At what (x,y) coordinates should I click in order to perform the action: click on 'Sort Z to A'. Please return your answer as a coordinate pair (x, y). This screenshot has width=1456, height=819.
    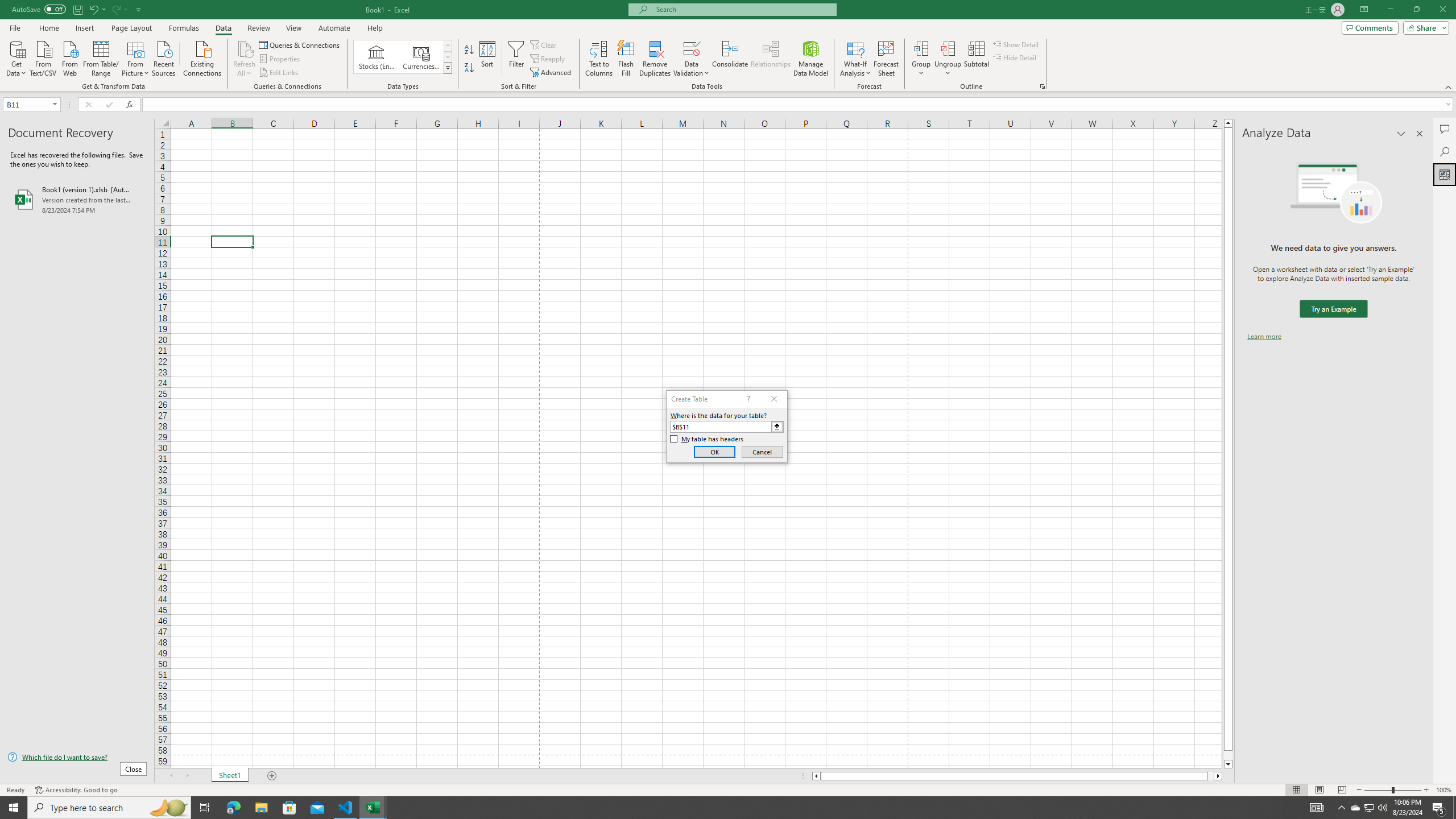
    Looking at the image, I should click on (469, 67).